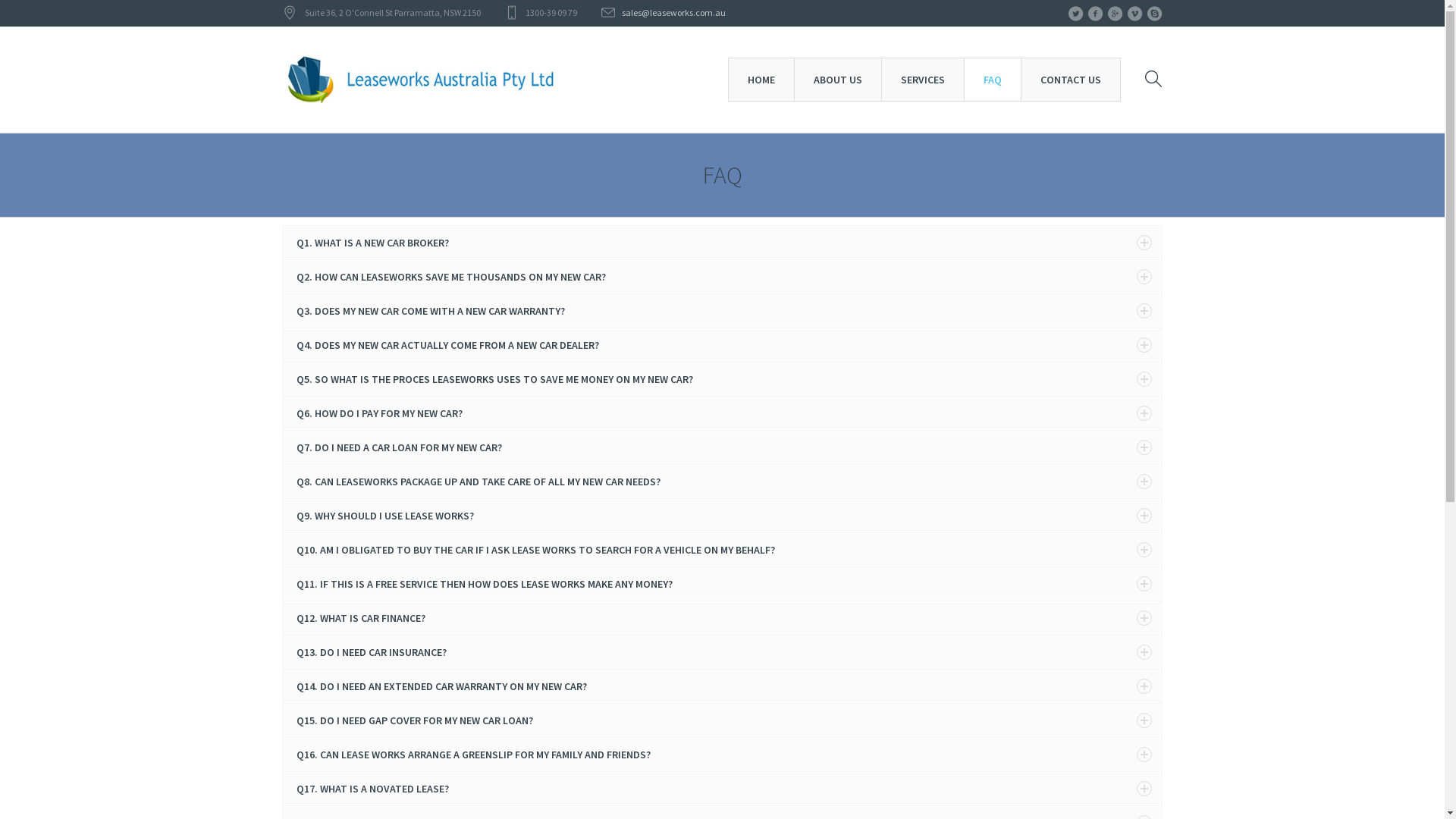  I want to click on 'Skype', so click(1153, 14).